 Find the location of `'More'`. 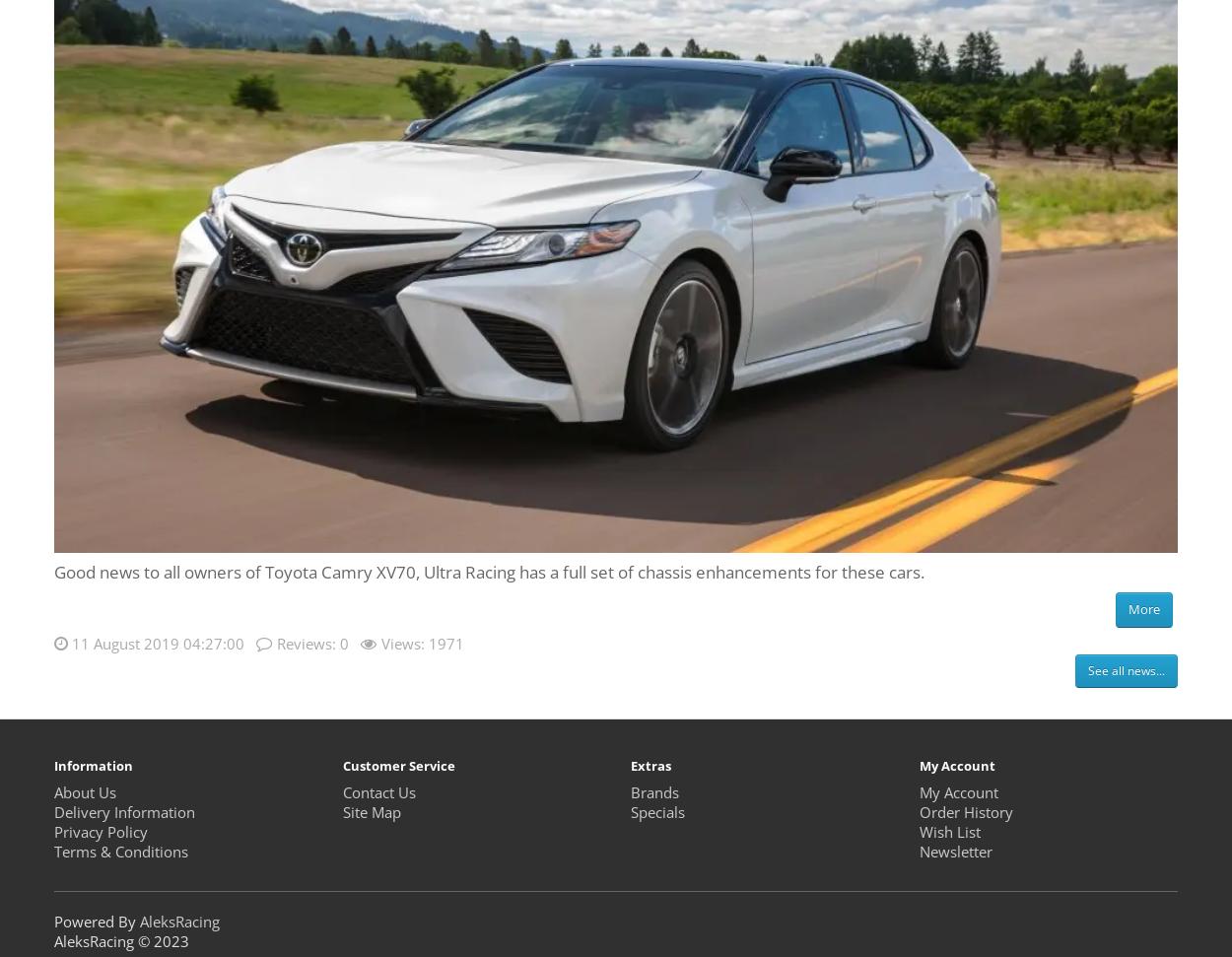

'More' is located at coordinates (1144, 608).